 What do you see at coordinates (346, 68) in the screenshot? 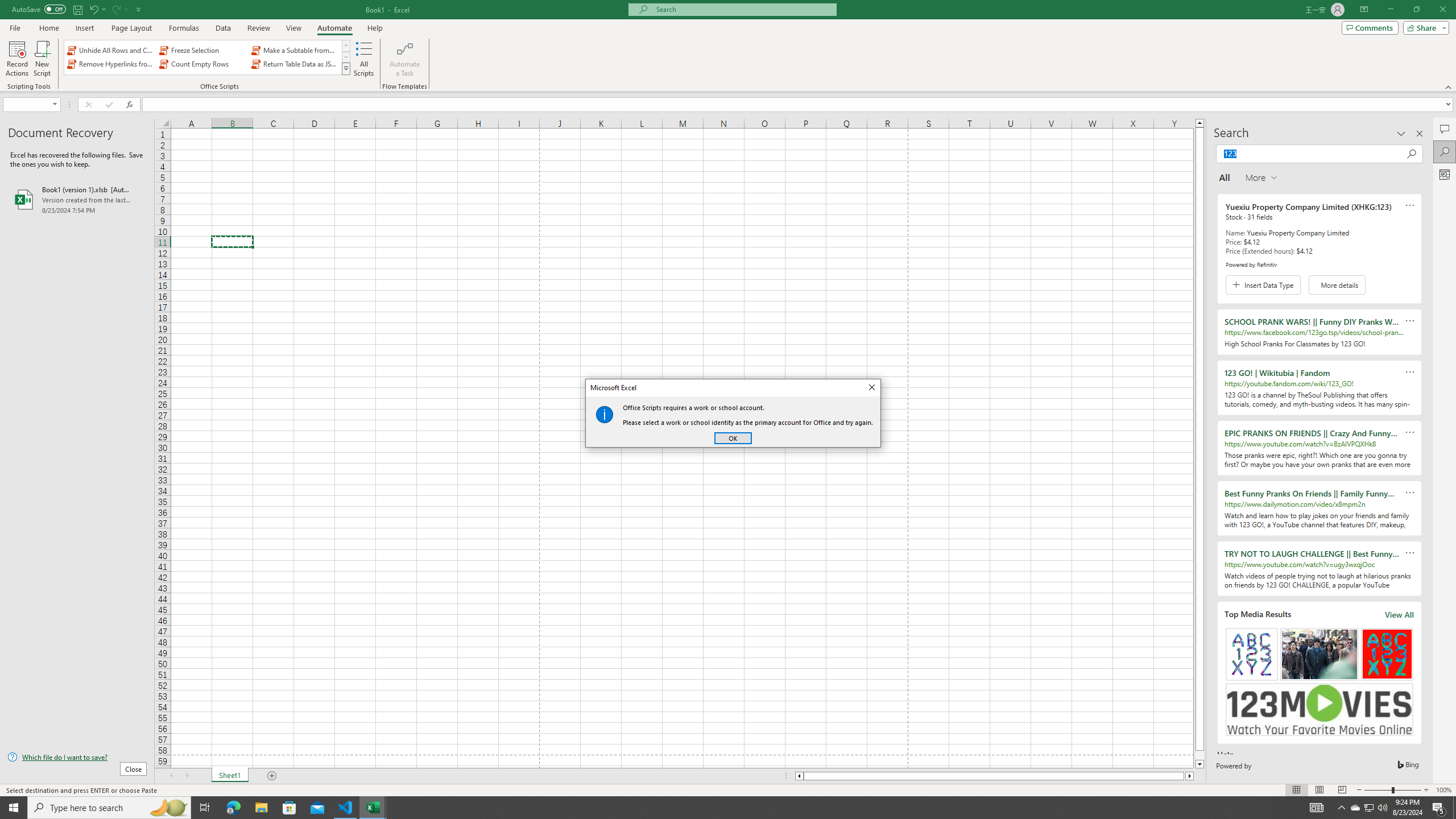
I see `'Office Scripts'` at bounding box center [346, 68].